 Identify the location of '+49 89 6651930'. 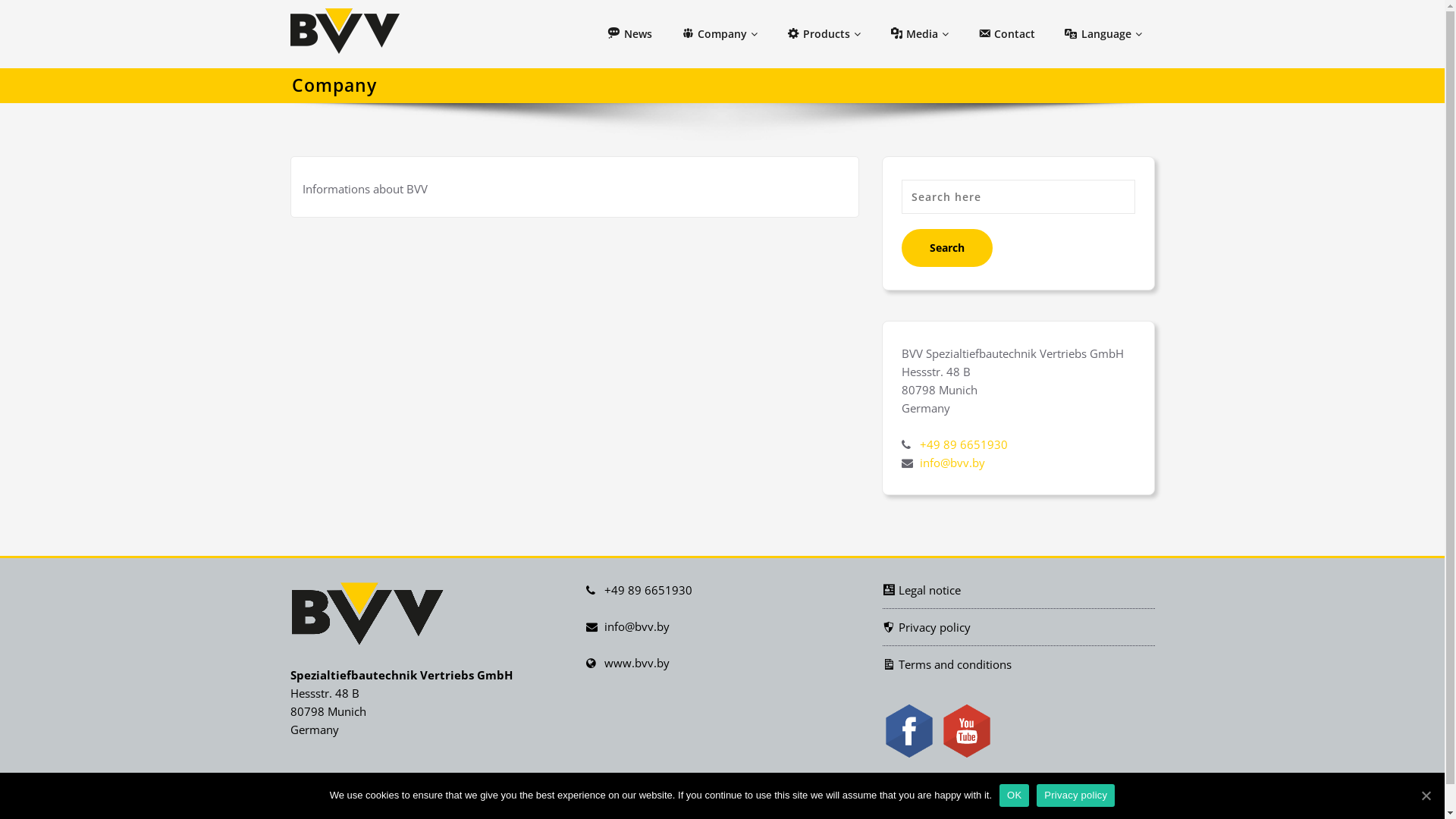
(962, 444).